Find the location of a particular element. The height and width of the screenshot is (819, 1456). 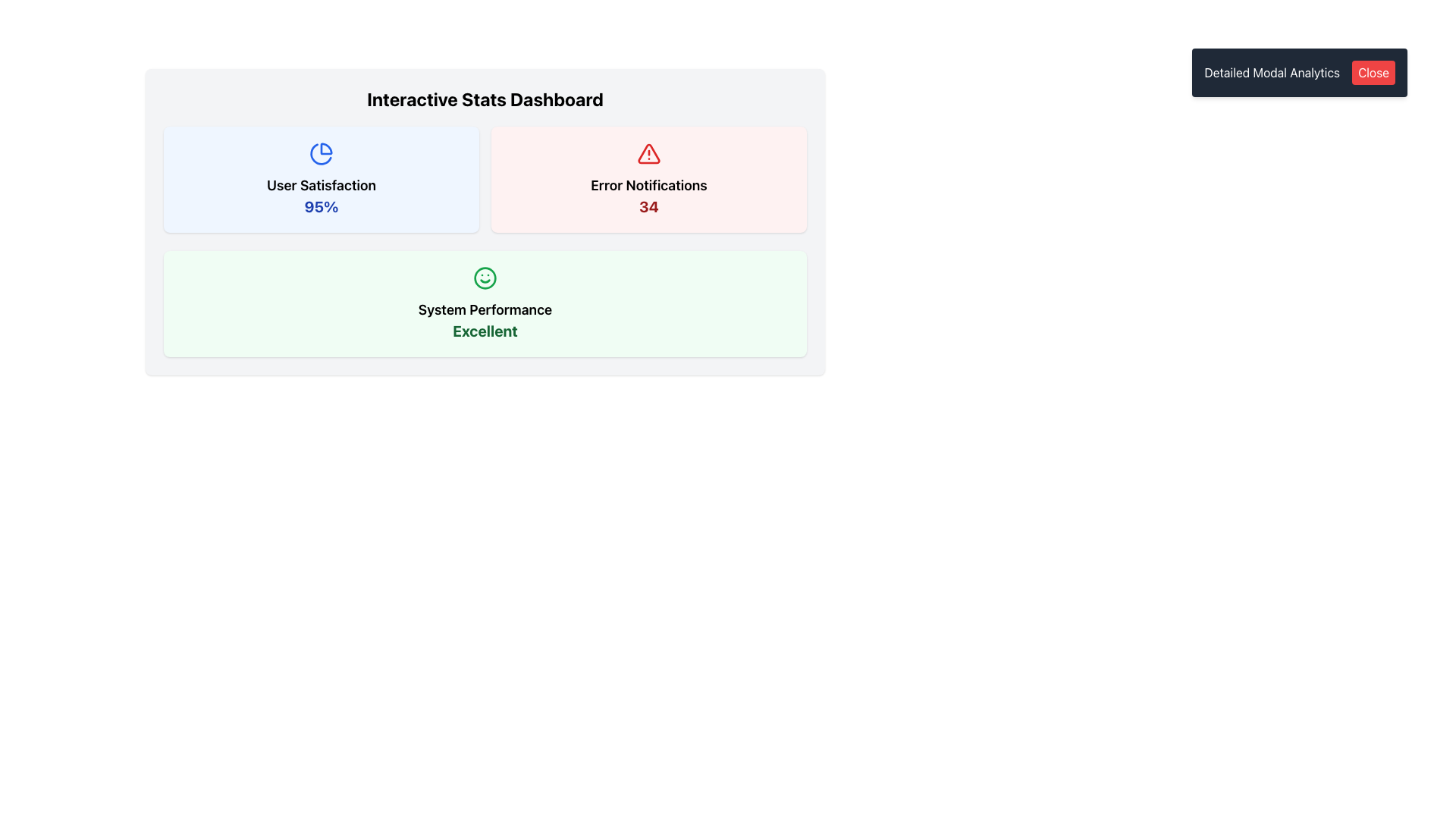

the Label/Text element that indicates the user satisfaction metric, located on the light blue card in the top-left corner, positioned below a circular icon and above the '95%' text is located at coordinates (320, 185).